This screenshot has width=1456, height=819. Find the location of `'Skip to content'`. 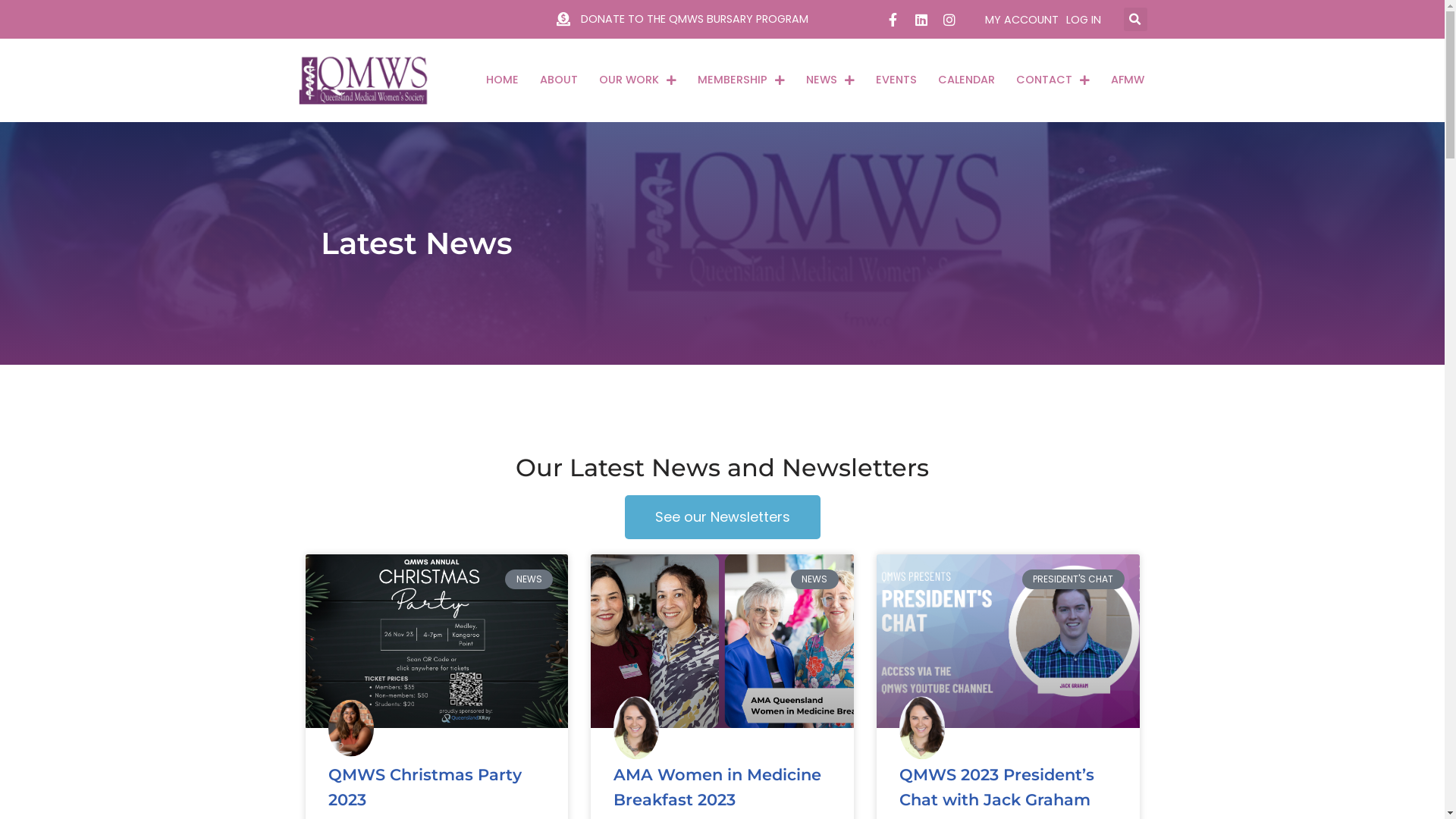

'Skip to content' is located at coordinates (0, 32).